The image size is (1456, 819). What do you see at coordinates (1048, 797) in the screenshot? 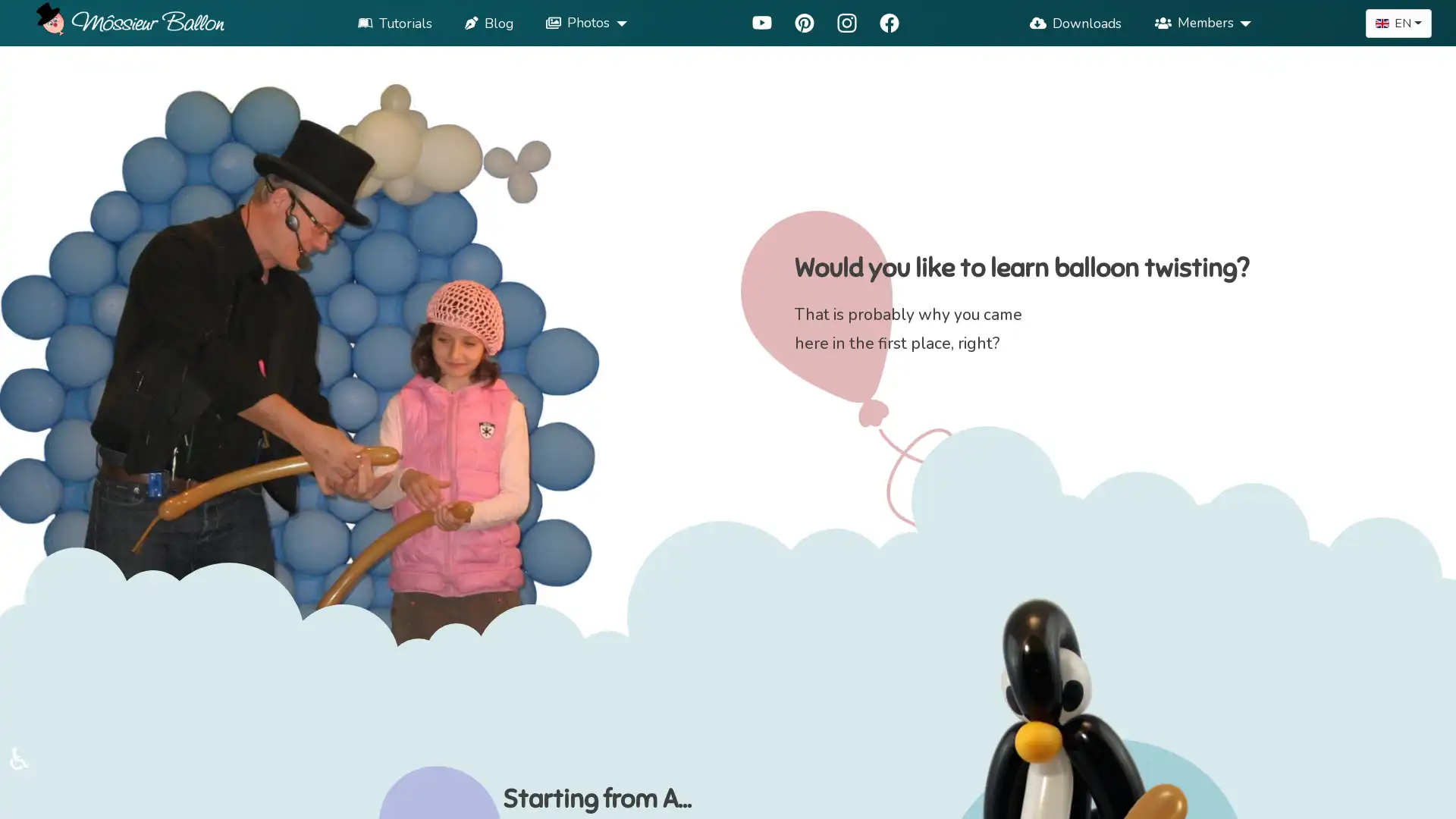
I see `Personalize (modal window)` at bounding box center [1048, 797].